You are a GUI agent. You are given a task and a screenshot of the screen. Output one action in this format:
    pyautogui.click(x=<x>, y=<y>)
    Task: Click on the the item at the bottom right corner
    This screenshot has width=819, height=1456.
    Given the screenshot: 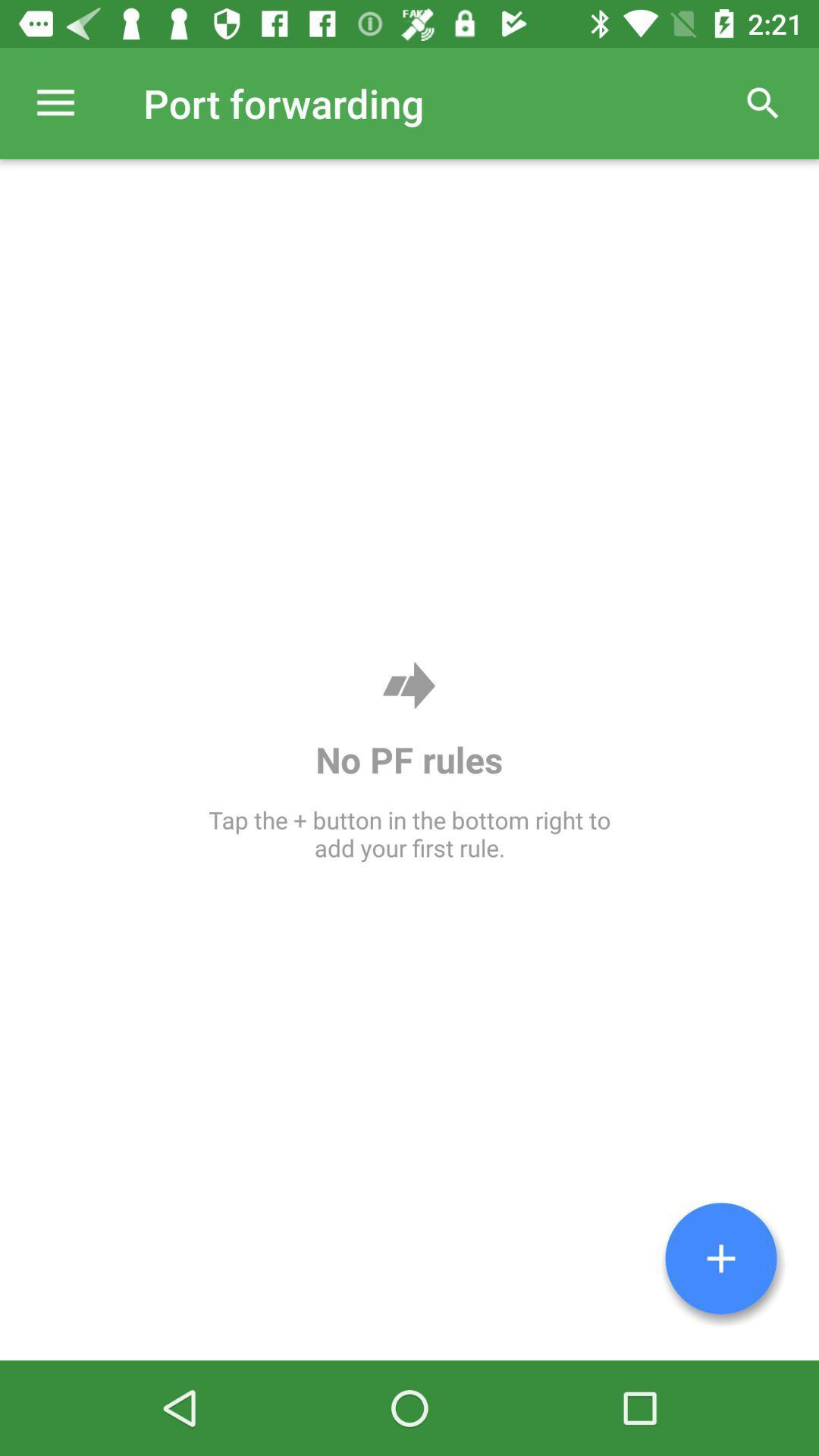 What is the action you would take?
    pyautogui.click(x=720, y=1258)
    